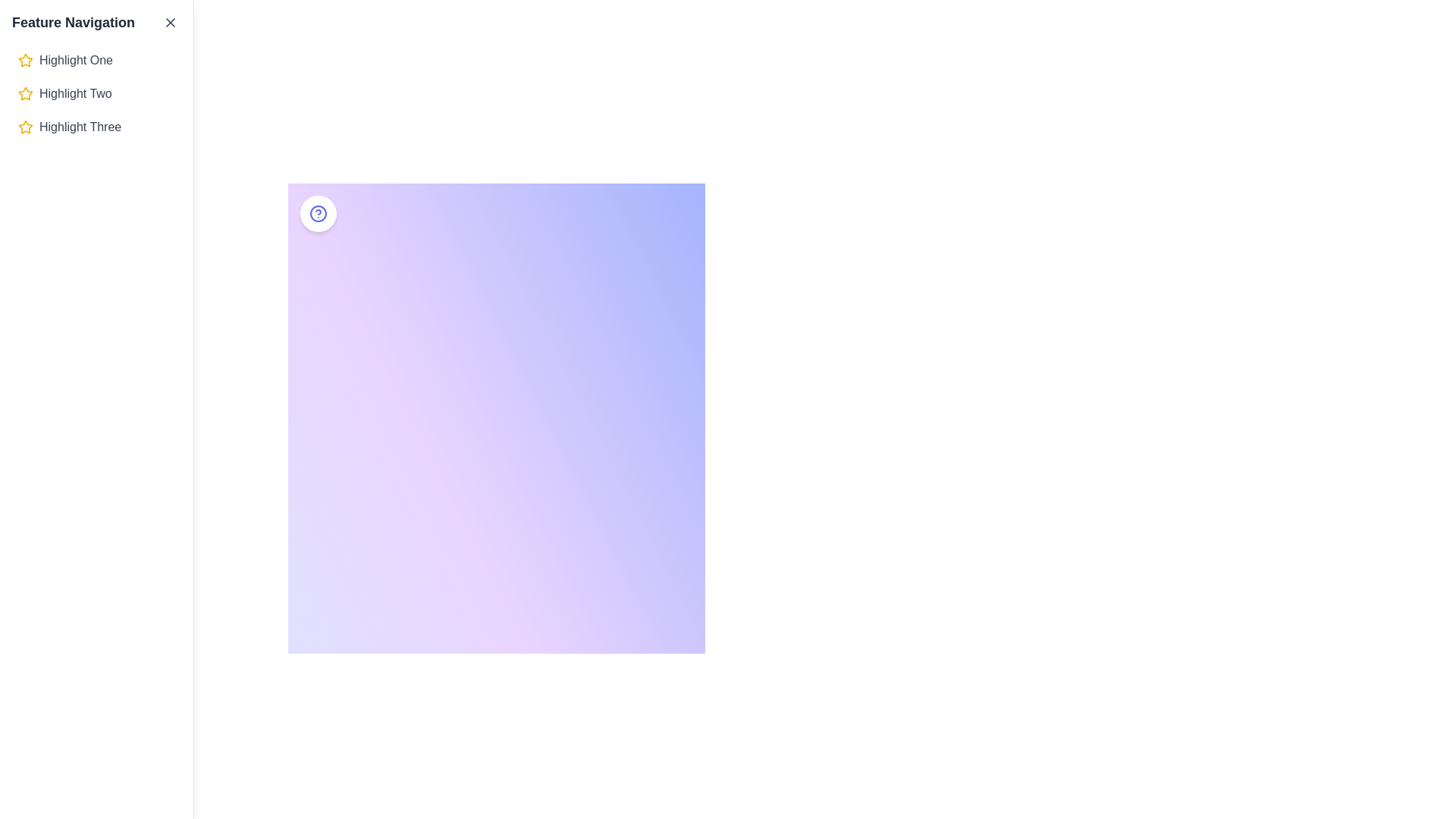  I want to click on the highlighted icon representing a featured or favorited status, which is the leftmost component of the 'Highlight Two' entry in the navigation list, so click(25, 93).